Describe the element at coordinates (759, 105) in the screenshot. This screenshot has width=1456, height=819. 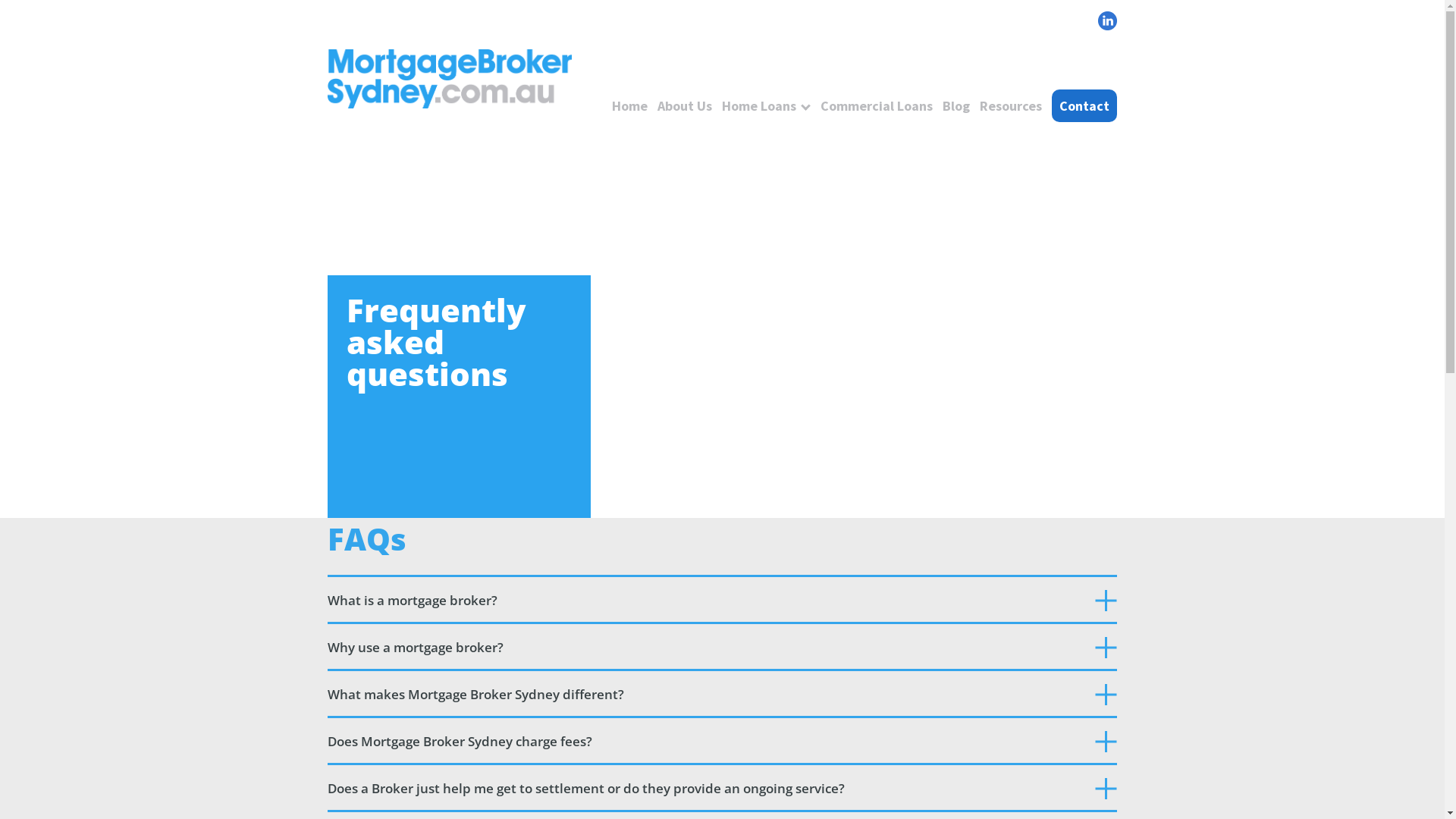
I see `'Home Loans'` at that location.